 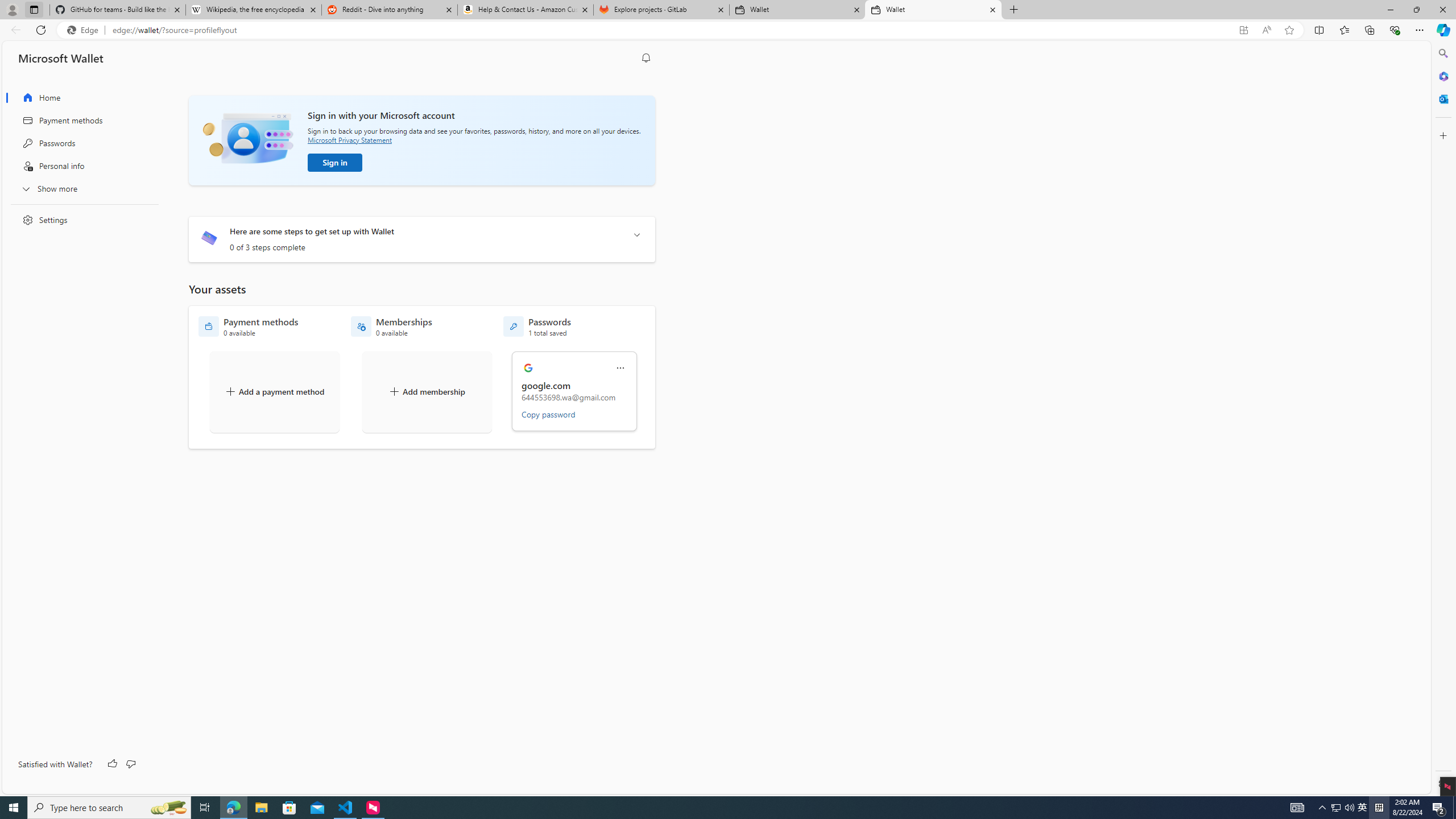 What do you see at coordinates (274, 392) in the screenshot?
I see `'Add a payment method'` at bounding box center [274, 392].